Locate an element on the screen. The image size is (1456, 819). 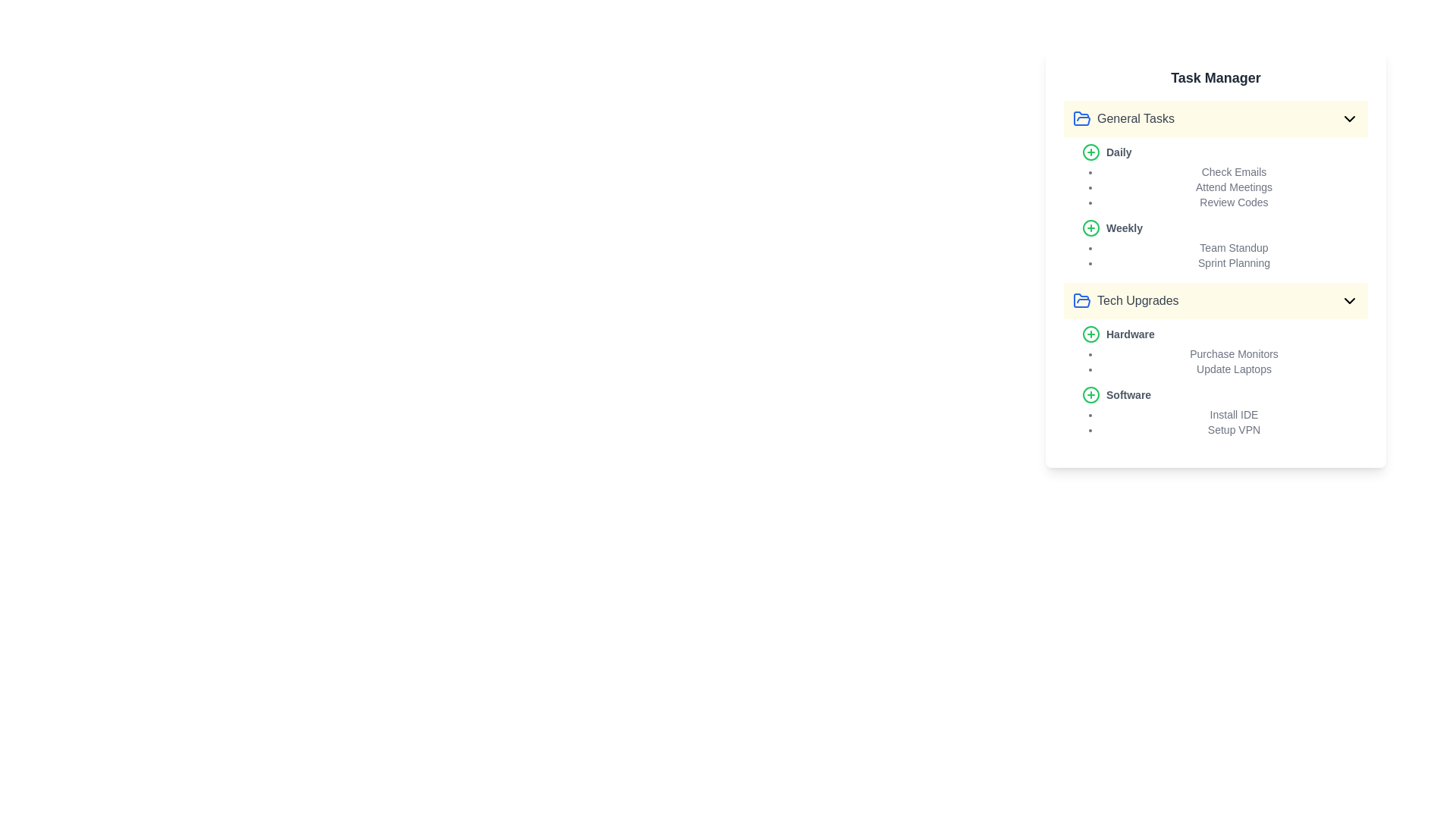
the 'Setup VPN' text label in the bulleted list under the 'Software' section, which is the second item following 'Install IDE' is located at coordinates (1234, 430).